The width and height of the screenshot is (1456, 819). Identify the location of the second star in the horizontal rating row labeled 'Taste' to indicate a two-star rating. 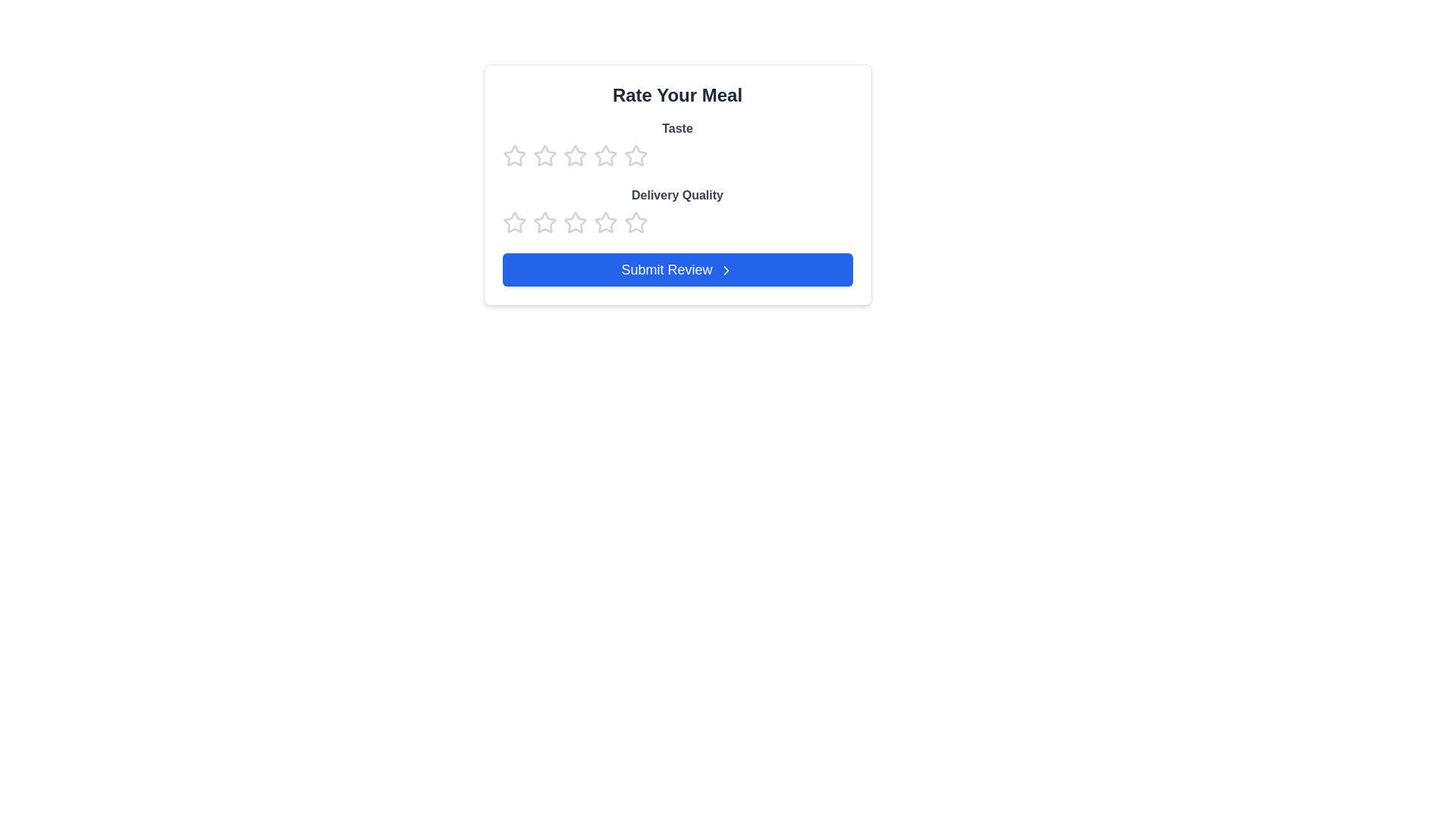
(544, 155).